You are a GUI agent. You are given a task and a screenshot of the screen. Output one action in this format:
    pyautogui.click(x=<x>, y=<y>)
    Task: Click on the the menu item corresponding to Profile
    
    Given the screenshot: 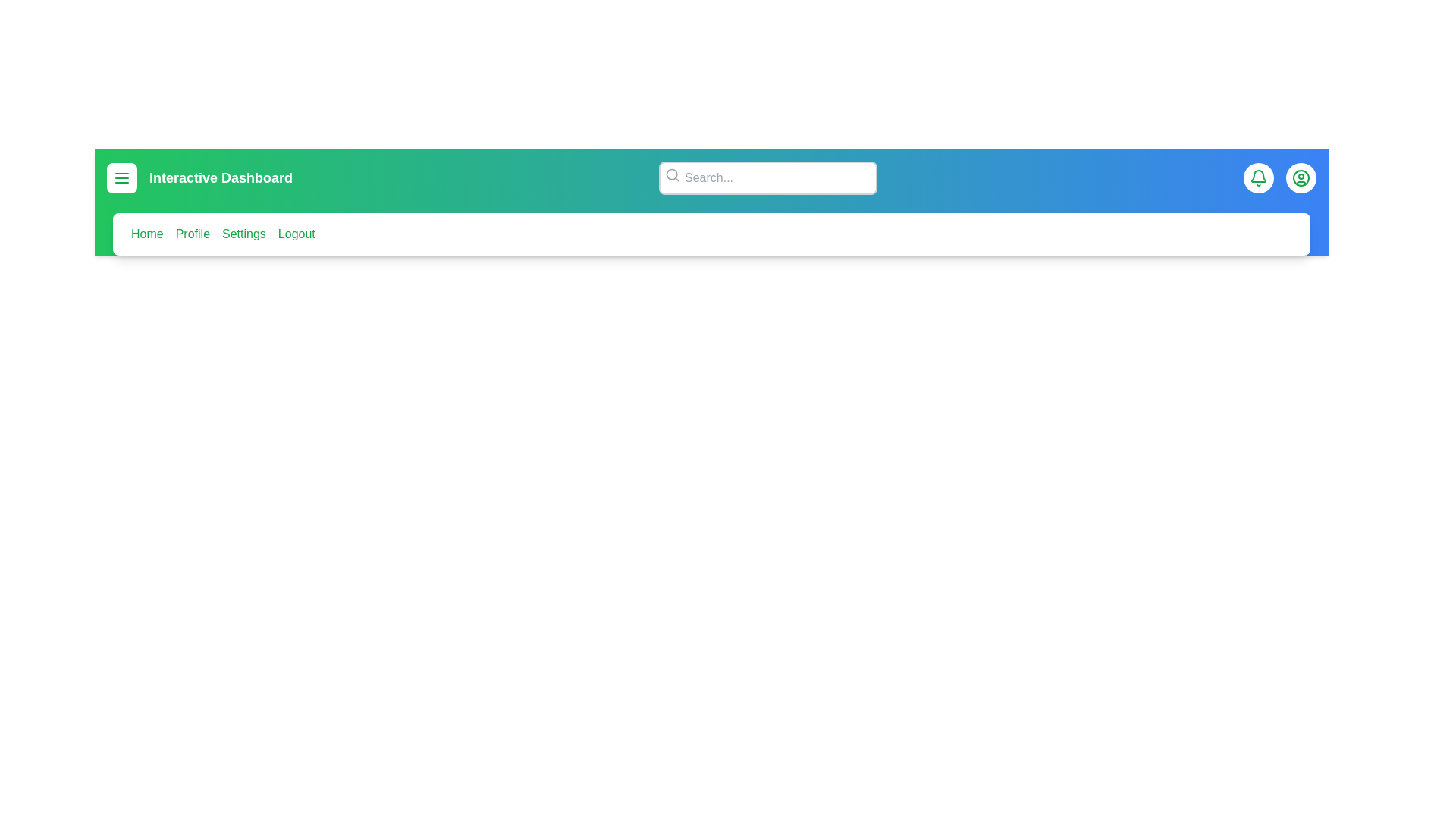 What is the action you would take?
    pyautogui.click(x=192, y=234)
    